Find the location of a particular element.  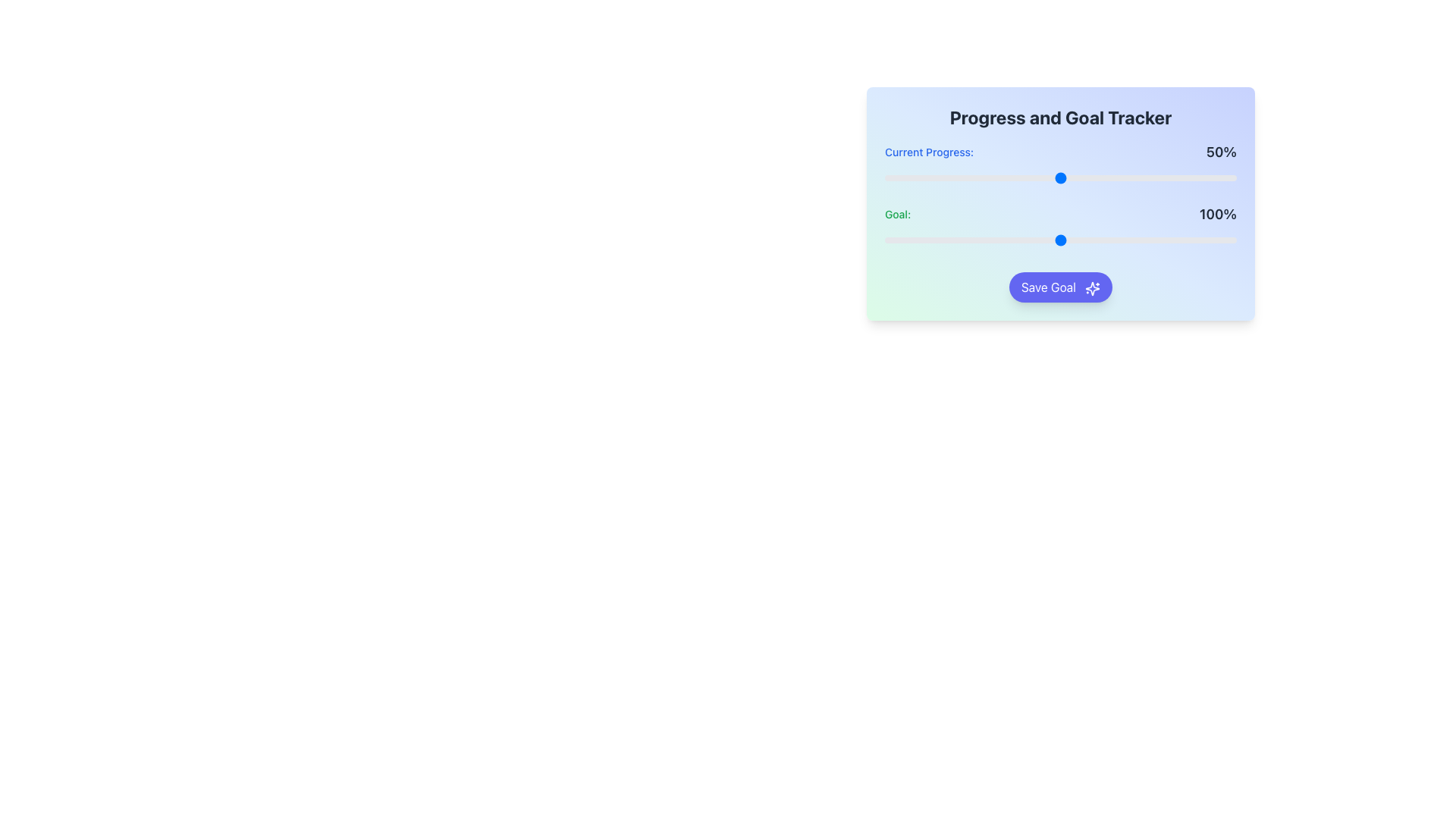

the slider value is located at coordinates (1155, 239).